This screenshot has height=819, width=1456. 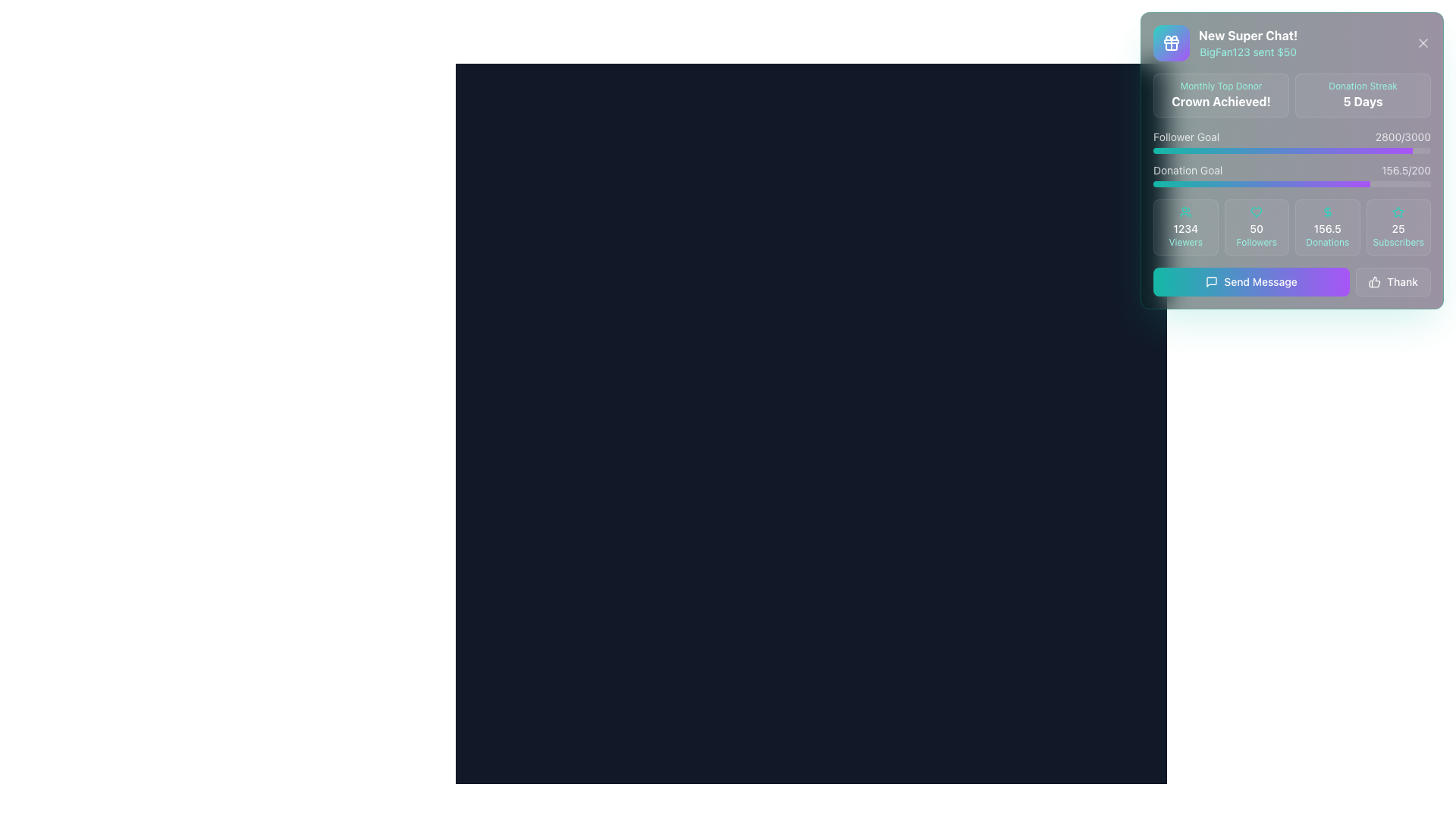 I want to click on the Progress indicator bar for the 'Donation Goal' metric, which visually represents the achieved proportion out of the total goal, so click(x=1262, y=184).